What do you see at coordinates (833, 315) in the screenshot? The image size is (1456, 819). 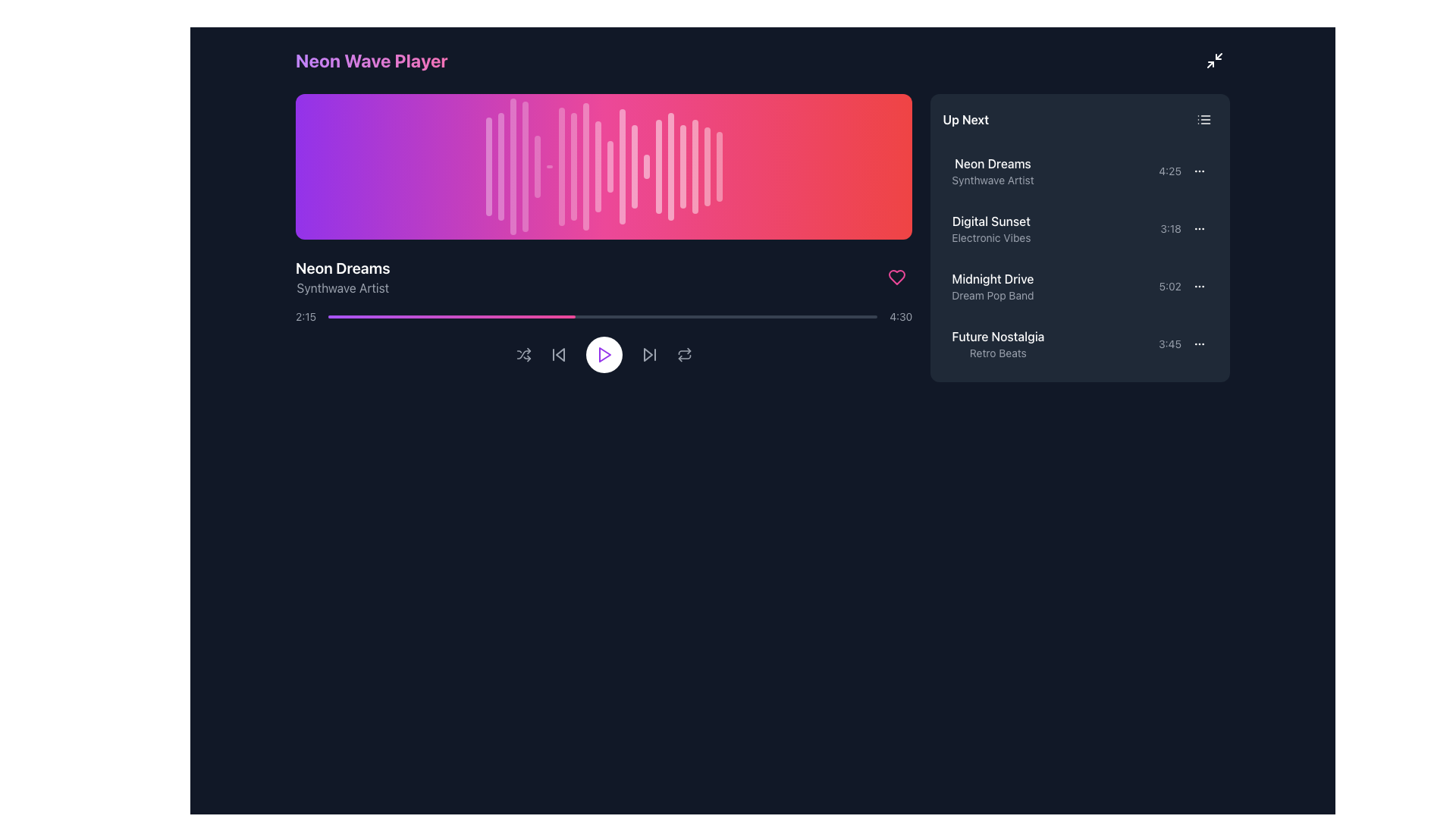 I see `the media progress` at bounding box center [833, 315].